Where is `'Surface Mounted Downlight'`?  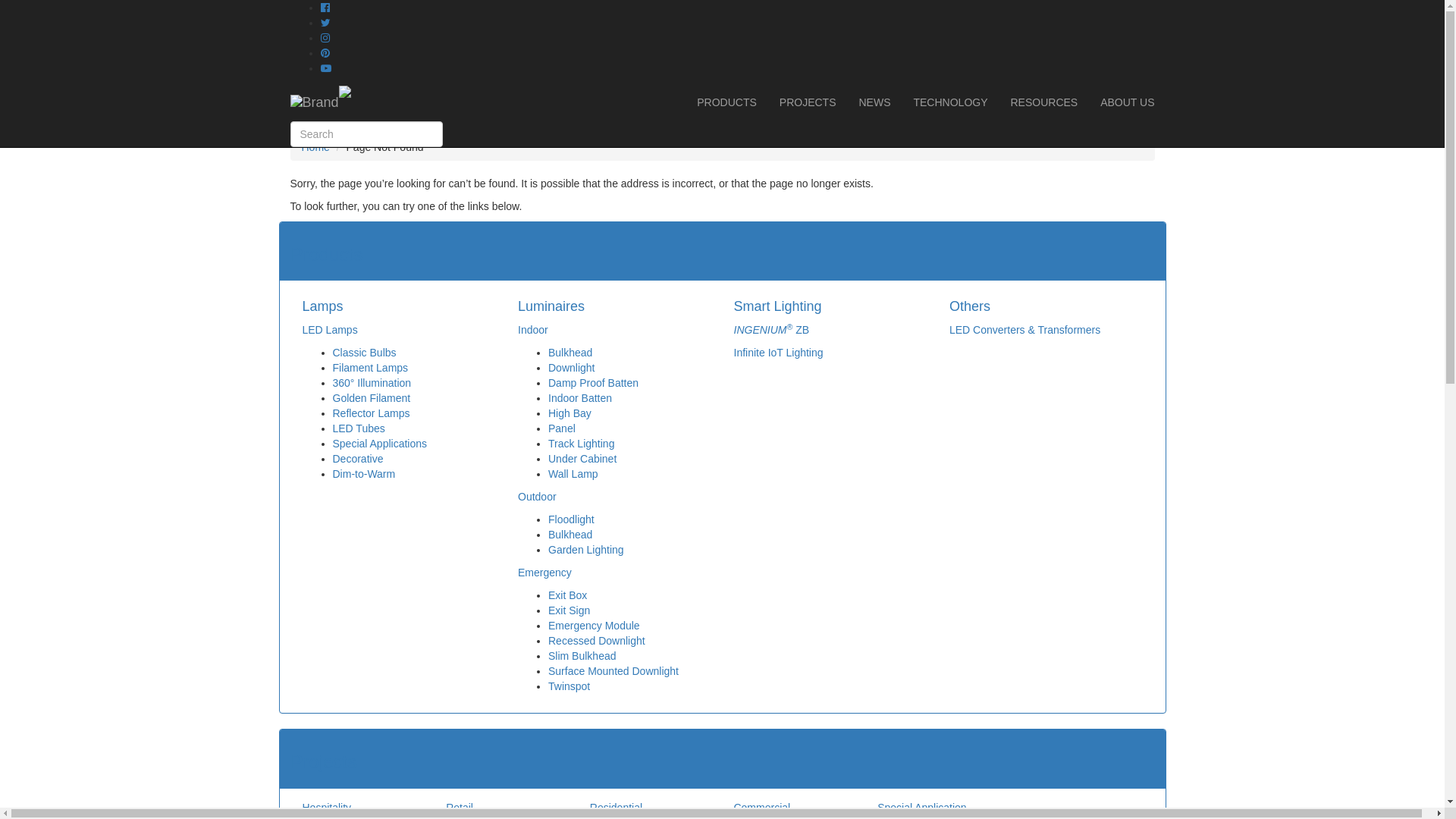 'Surface Mounted Downlight' is located at coordinates (613, 670).